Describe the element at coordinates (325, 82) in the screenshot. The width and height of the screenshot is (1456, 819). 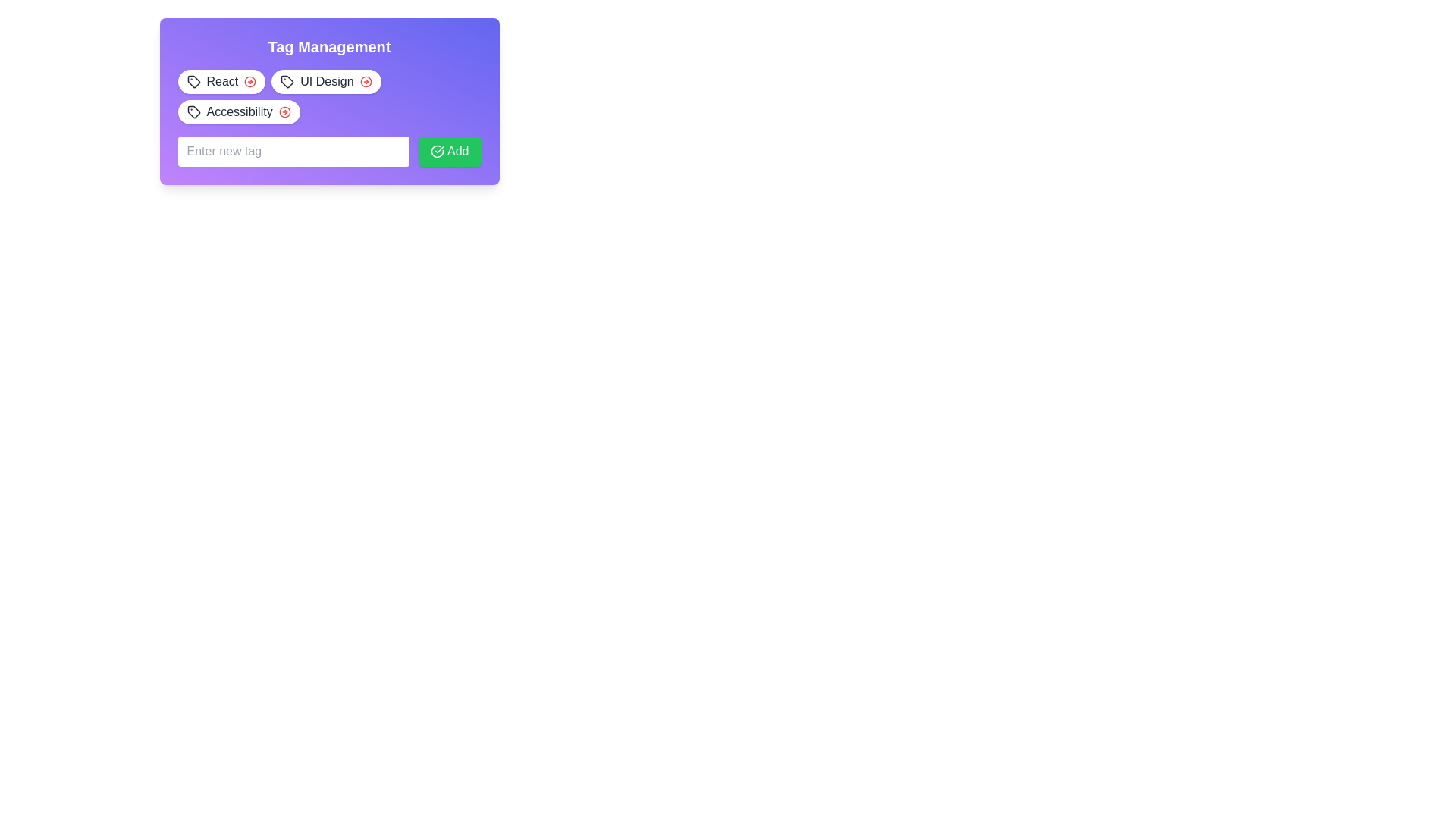
I see `the close icon of the 'UI Design' tag` at that location.